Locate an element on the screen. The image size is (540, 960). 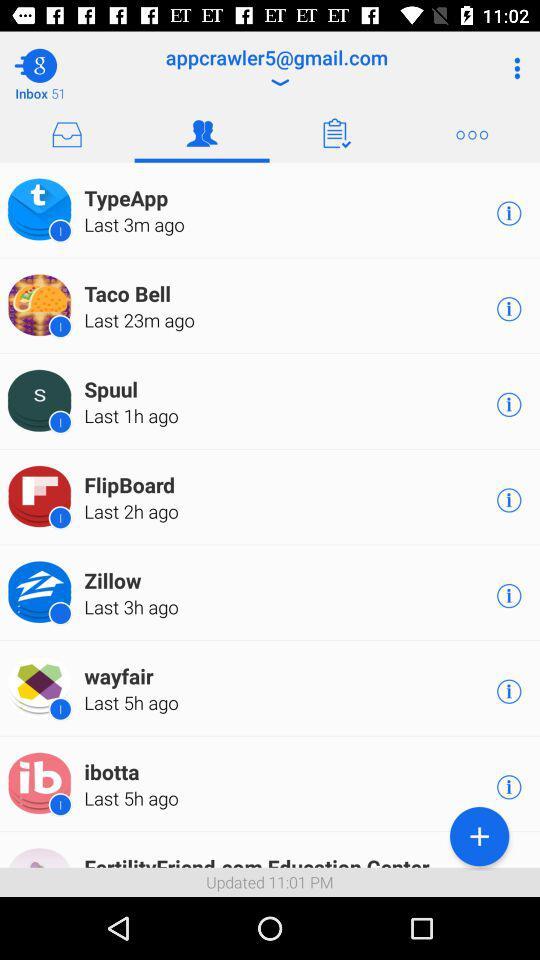
the add icon is located at coordinates (478, 894).